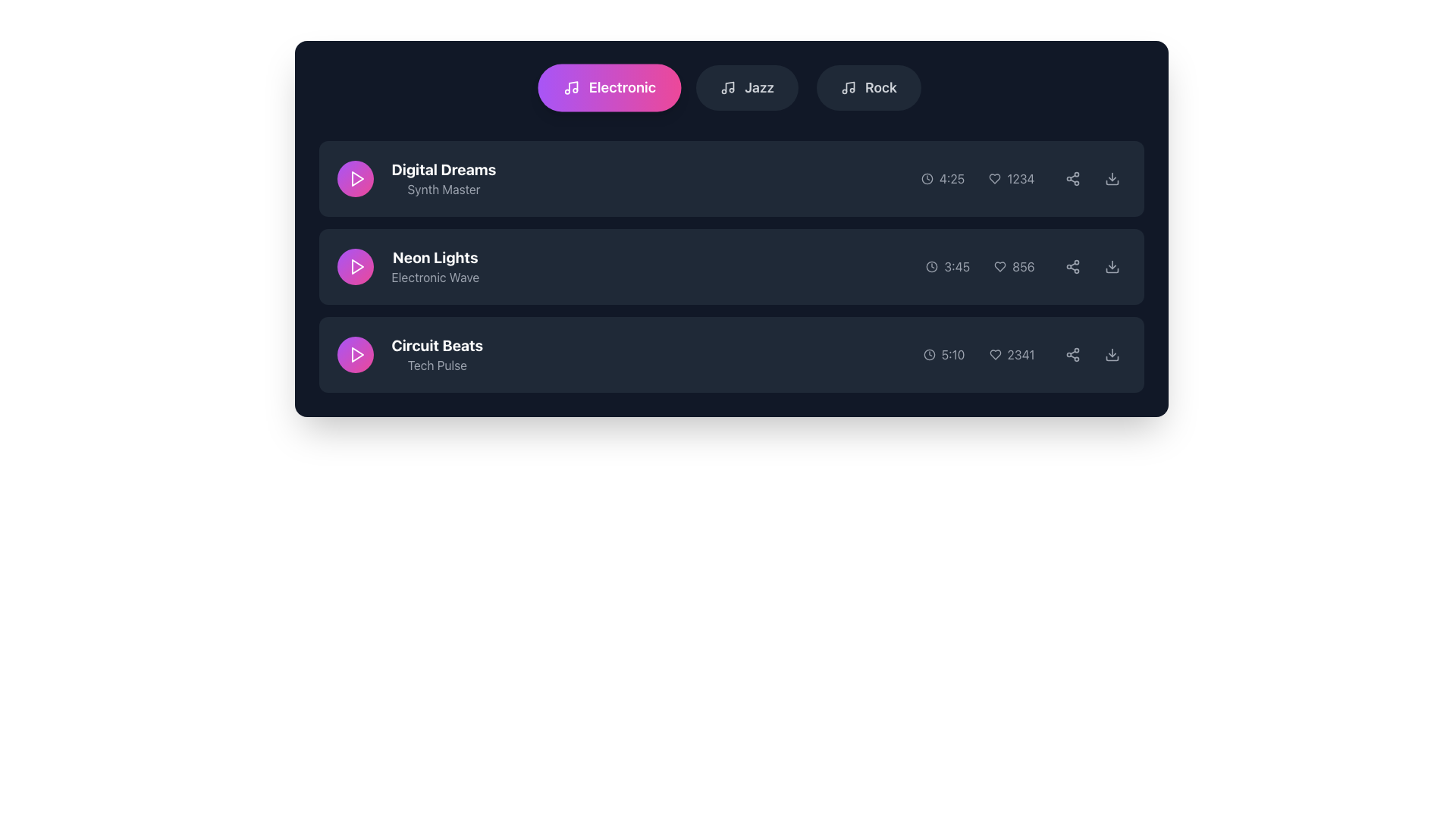  I want to click on the Text Label that serves as a title or label for a music track or category, positioned between 'Digital Dreams' above and 'Circuit Beats' below, to interact with it if it becomes interactive, so click(435, 256).